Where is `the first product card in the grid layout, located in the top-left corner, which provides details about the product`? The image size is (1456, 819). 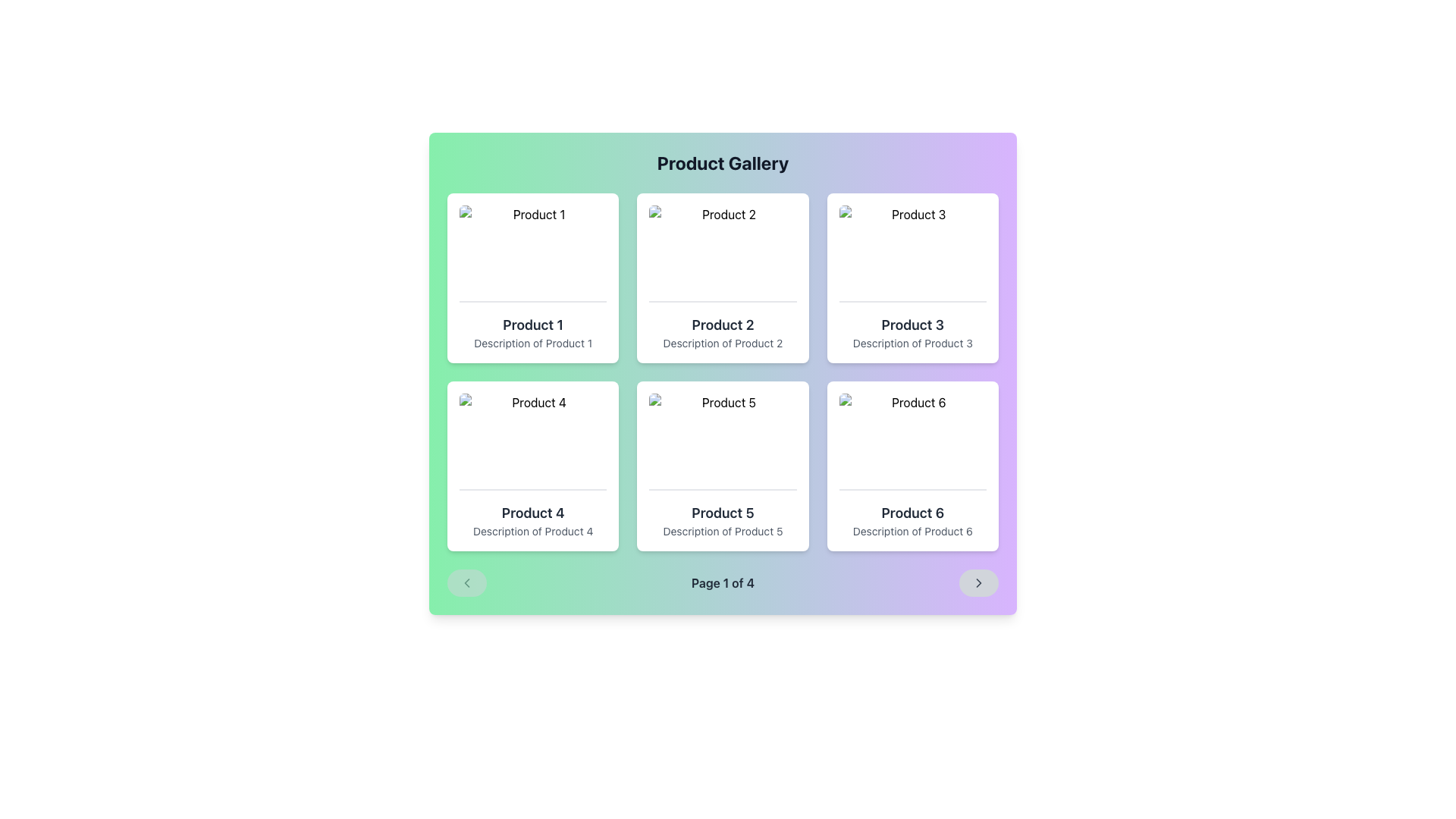 the first product card in the grid layout, located in the top-left corner, which provides details about the product is located at coordinates (533, 278).